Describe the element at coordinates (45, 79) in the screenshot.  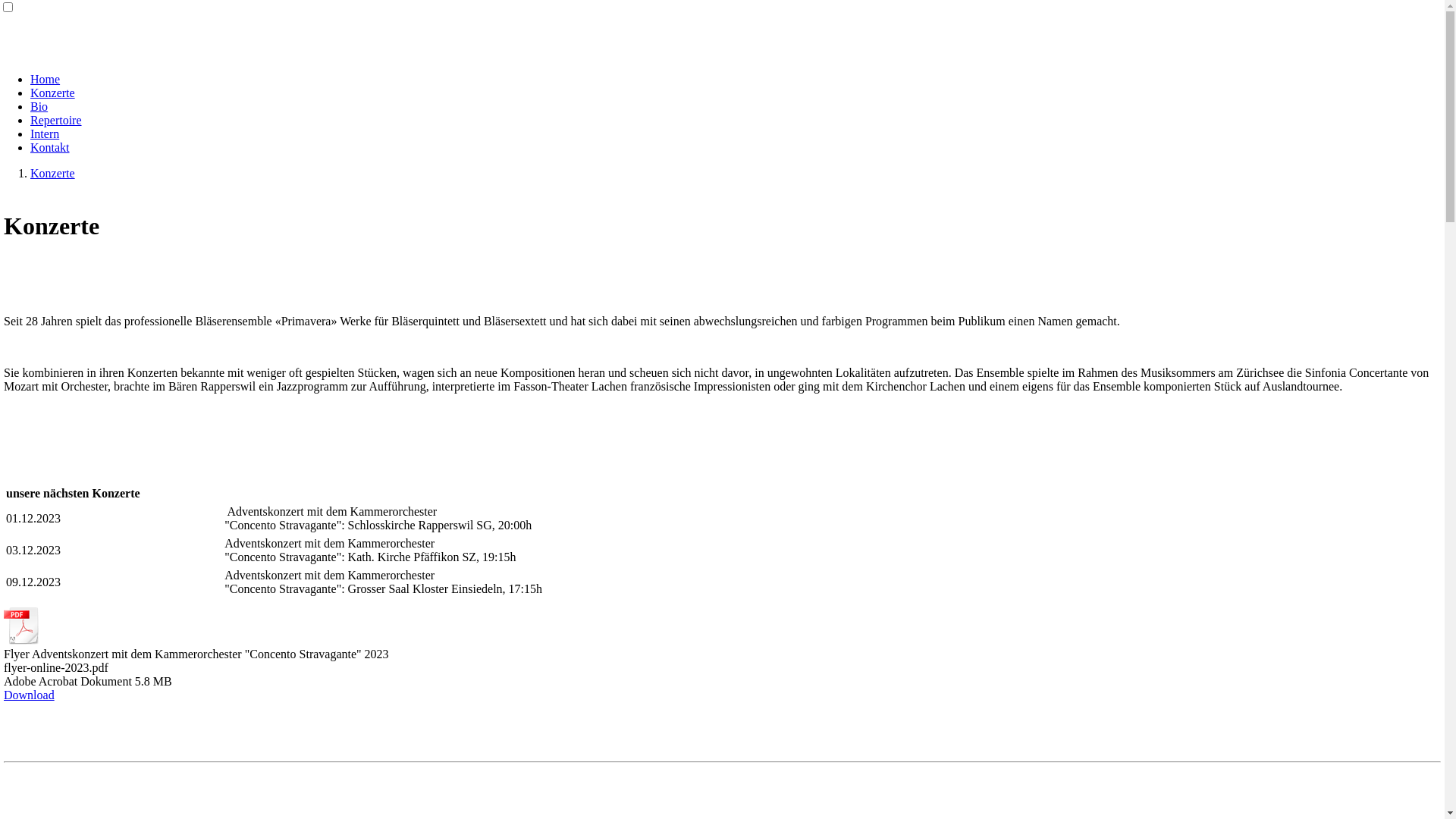
I see `'Home'` at that location.